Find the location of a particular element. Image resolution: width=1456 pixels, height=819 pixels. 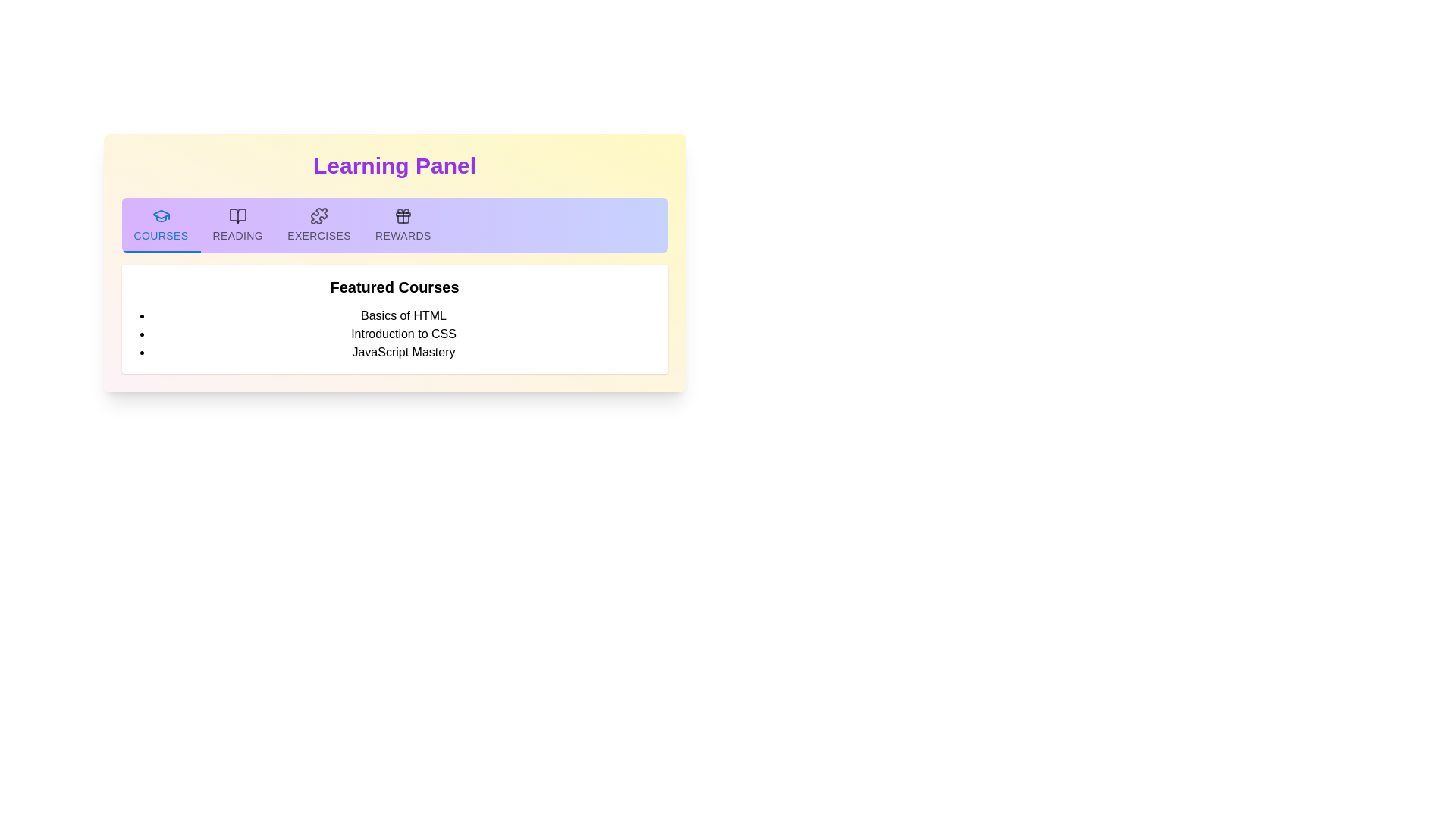

the navigation tab located below the 'Learning Panel' title within a light yellow box is located at coordinates (394, 225).